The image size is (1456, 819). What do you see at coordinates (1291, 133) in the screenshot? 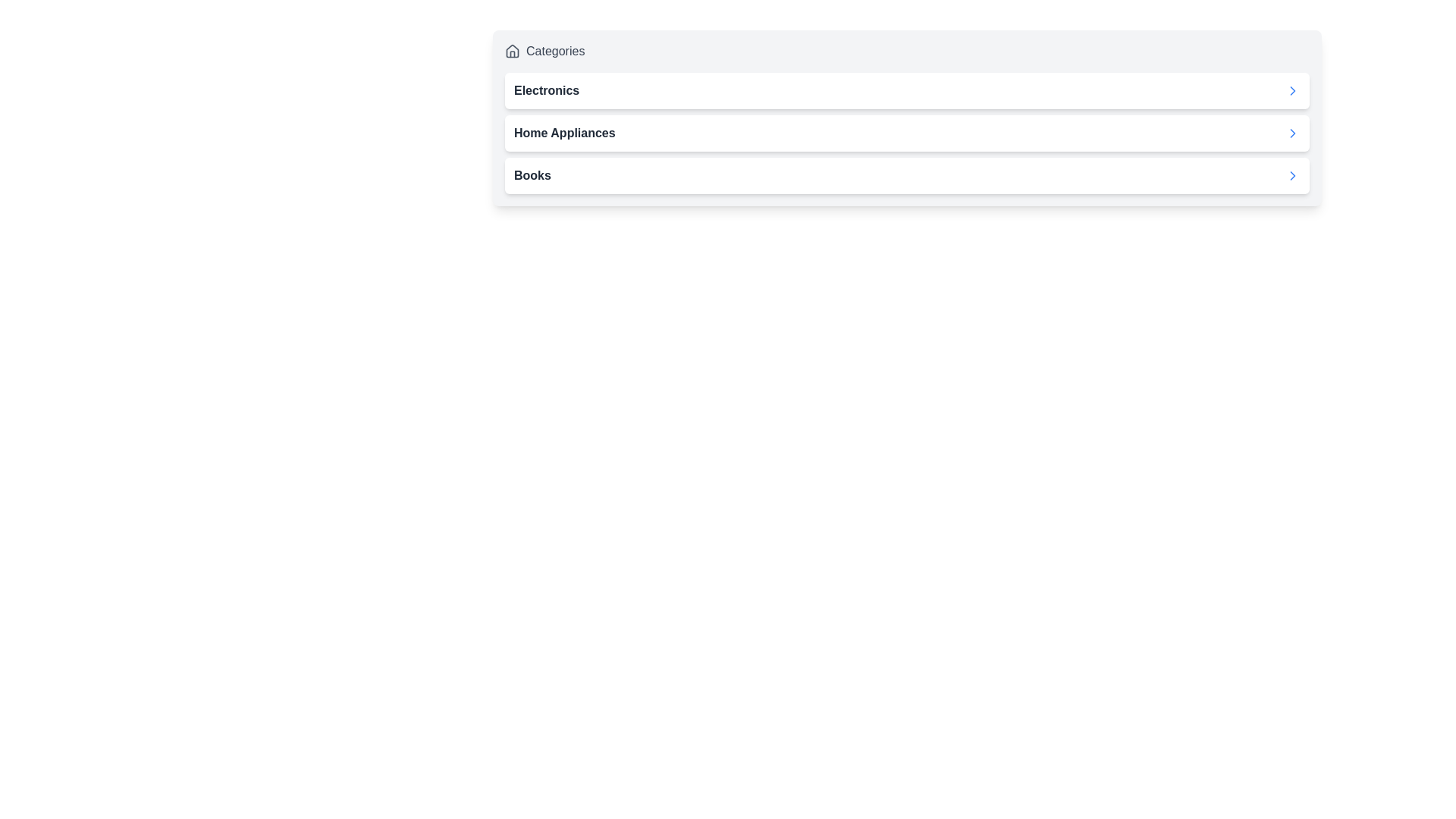
I see `the right-facing chevron icon with a blue hue located at the far-right side of the 'Home Appliances' card` at bounding box center [1291, 133].